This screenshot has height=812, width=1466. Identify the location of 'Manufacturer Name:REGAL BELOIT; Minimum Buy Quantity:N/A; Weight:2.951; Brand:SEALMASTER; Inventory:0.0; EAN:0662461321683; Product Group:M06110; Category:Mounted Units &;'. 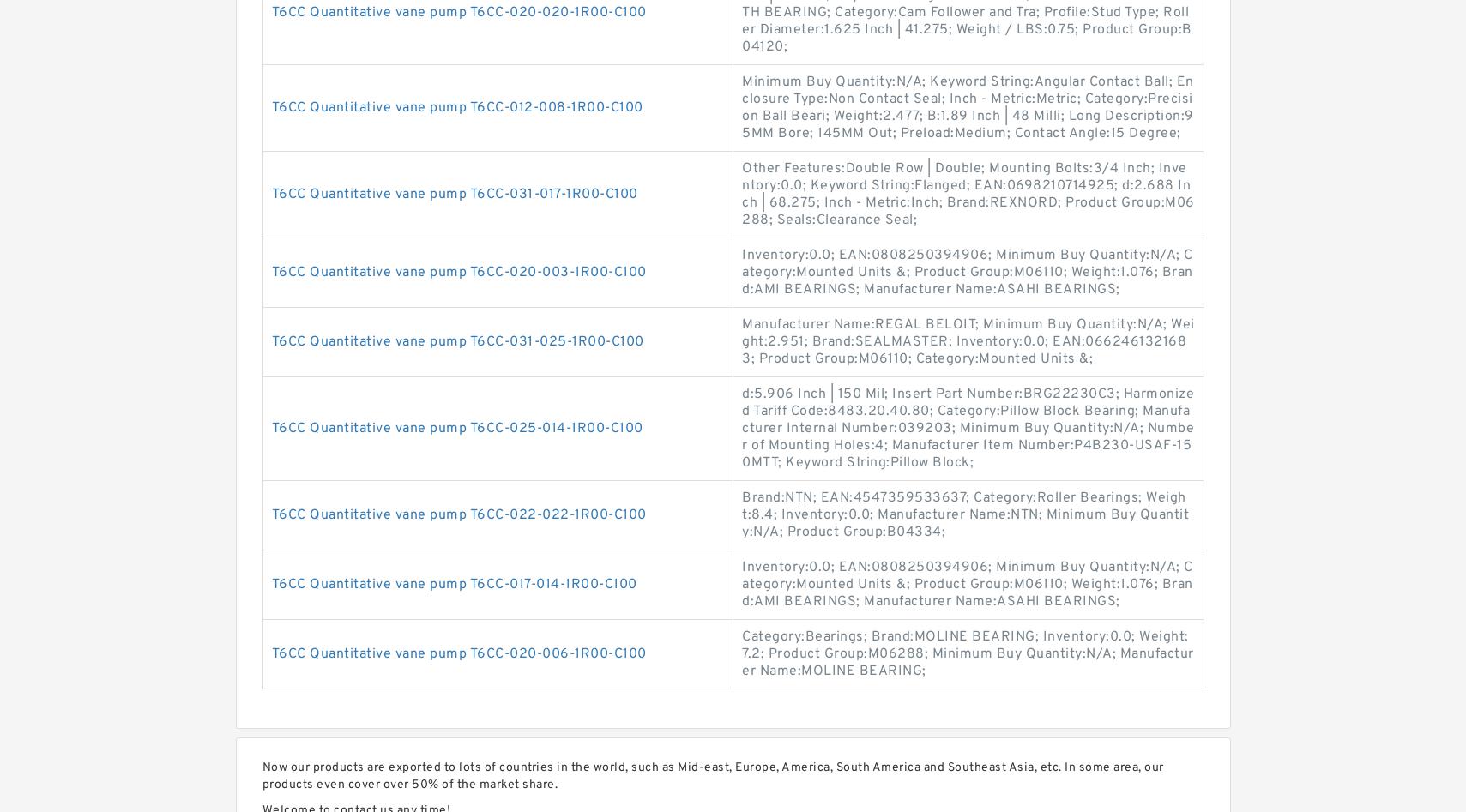
(968, 341).